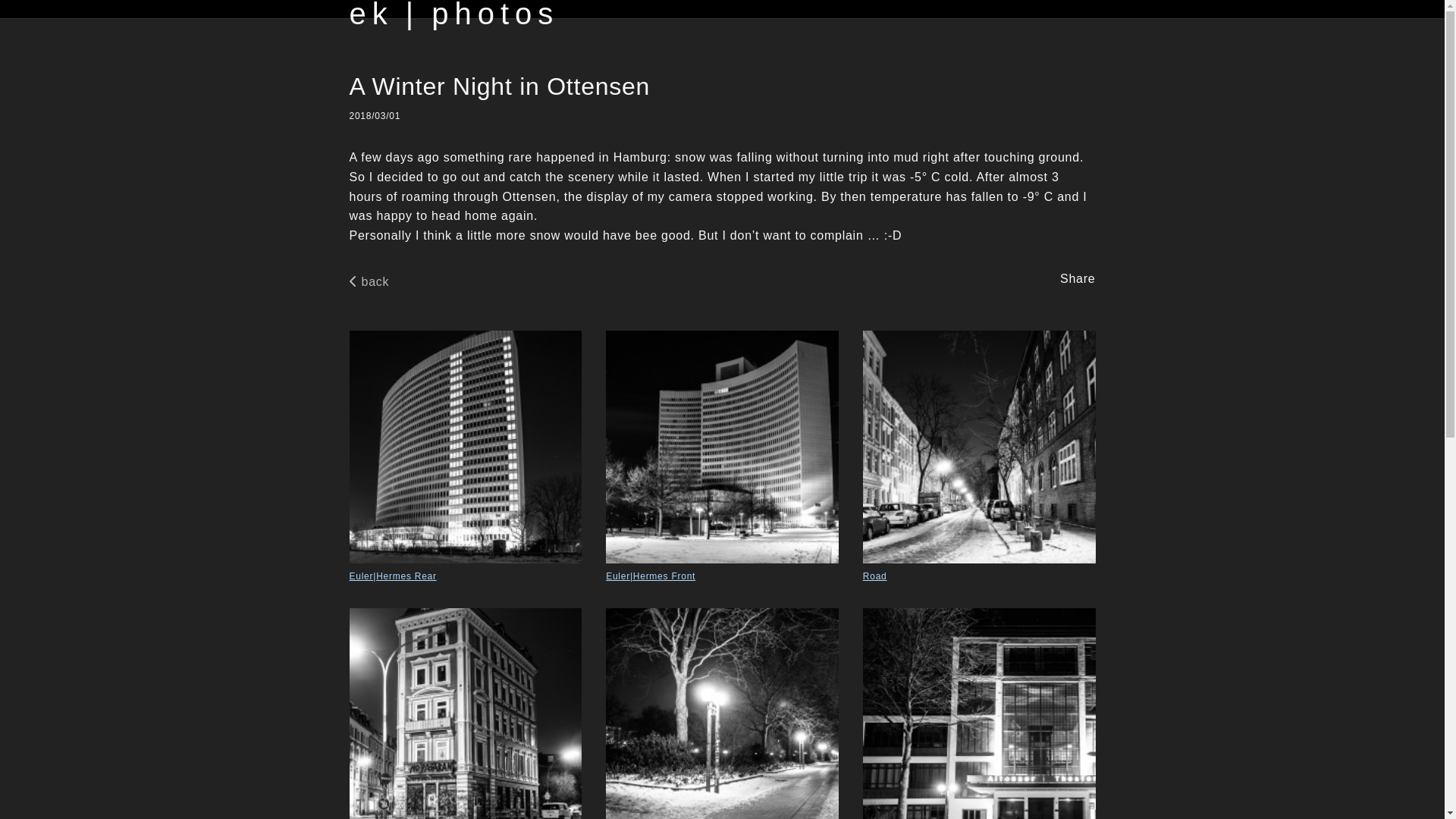 Image resolution: width=1456 pixels, height=819 pixels. What do you see at coordinates (464, 456) in the screenshot?
I see `'Euler|Hermes Rear'` at bounding box center [464, 456].